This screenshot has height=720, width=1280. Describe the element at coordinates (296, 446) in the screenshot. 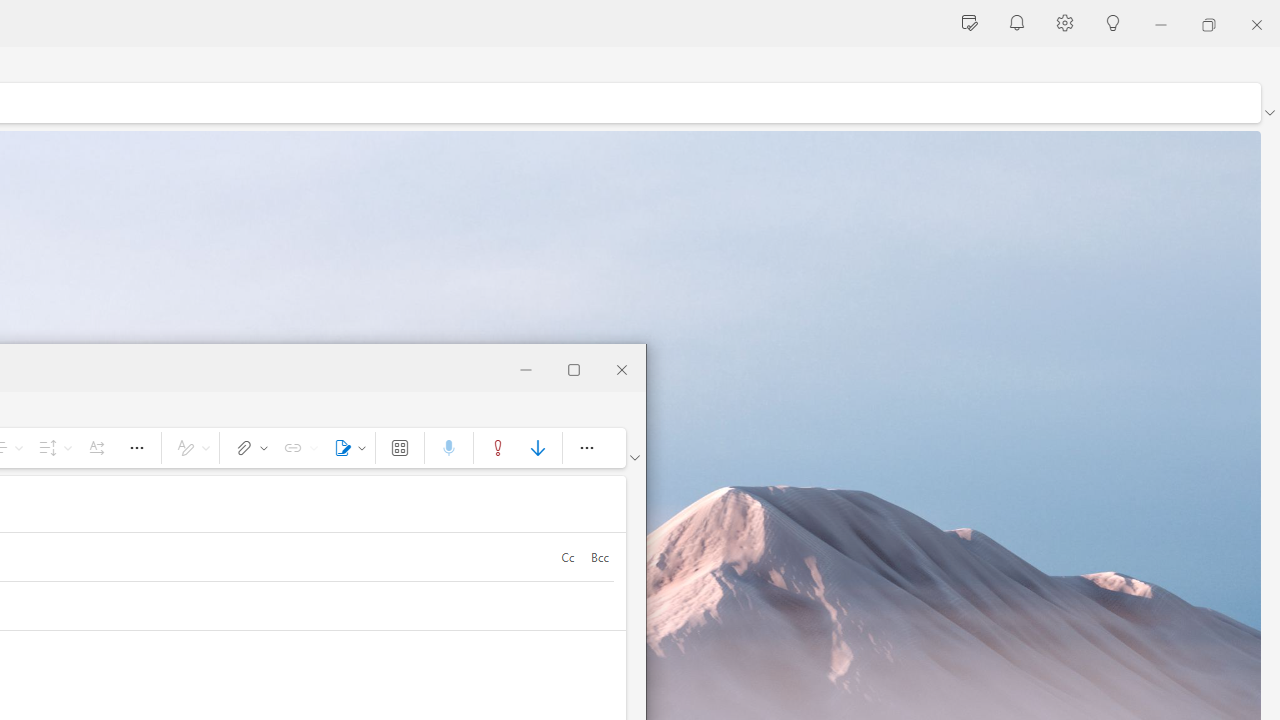

I see `'Link'` at that location.